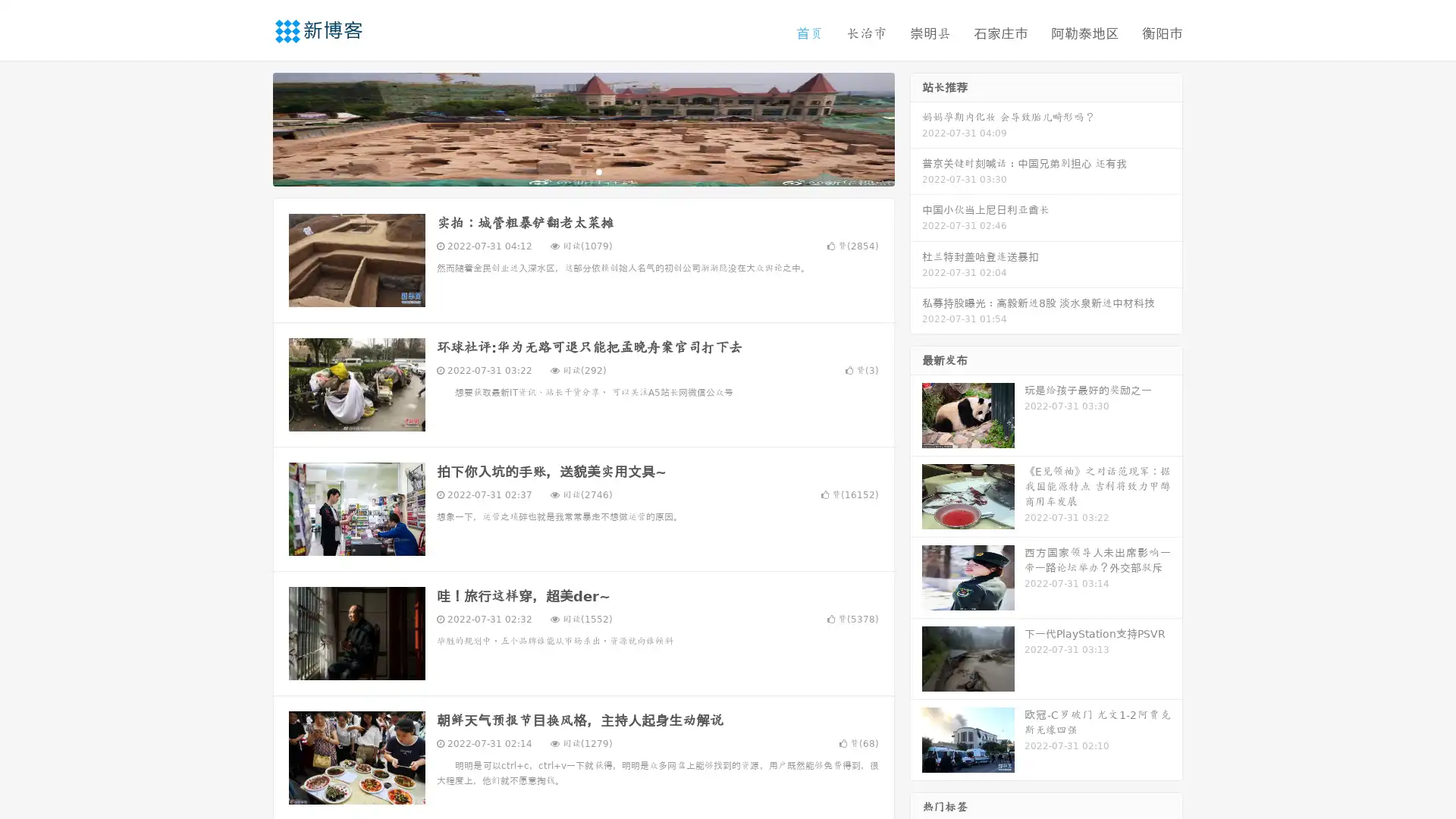 This screenshot has width=1456, height=819. Describe the element at coordinates (567, 171) in the screenshot. I see `Go to slide 1` at that location.